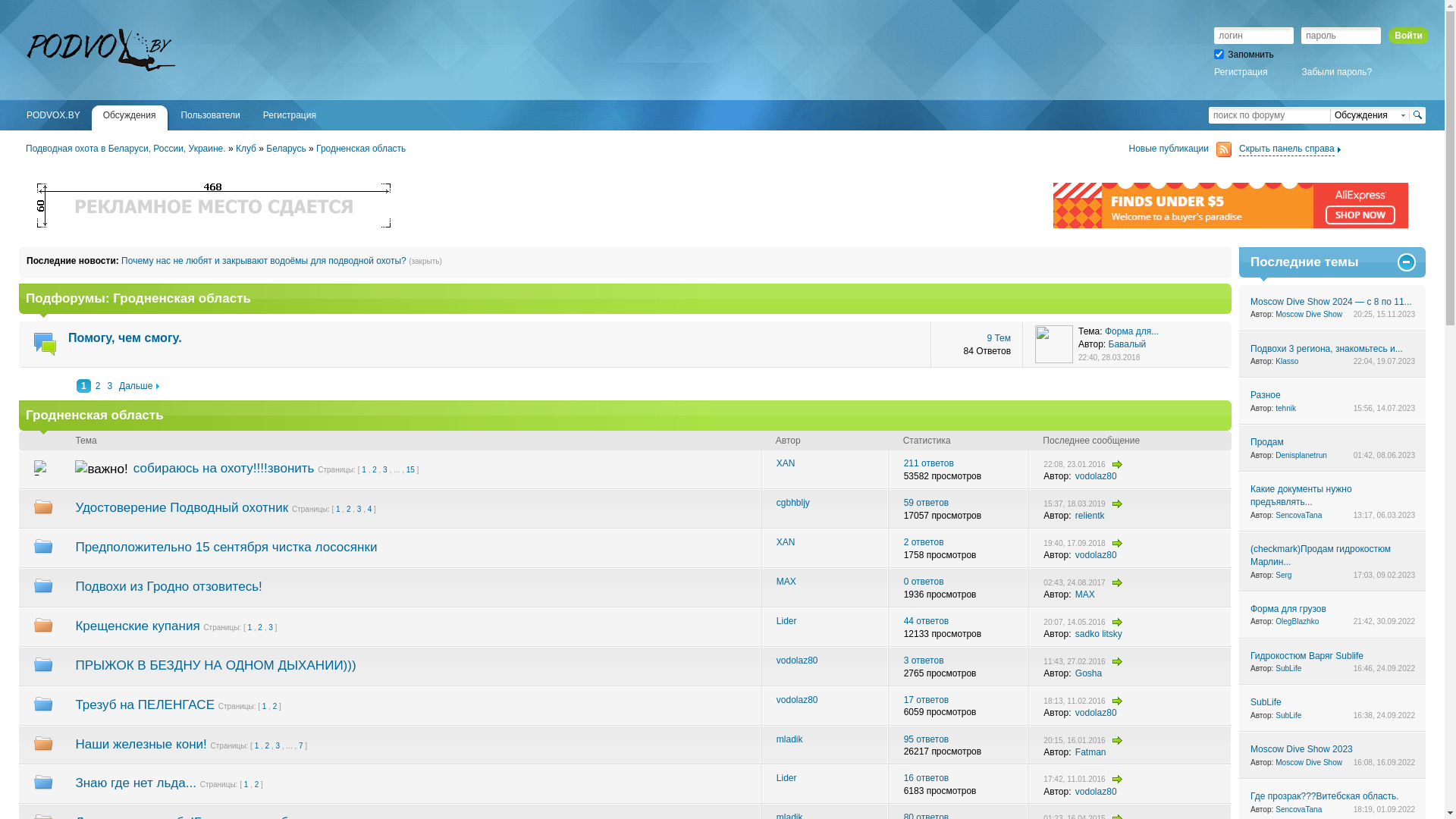 This screenshot has width=1456, height=819. I want to click on 'PODVOX.BY', so click(26, 117).